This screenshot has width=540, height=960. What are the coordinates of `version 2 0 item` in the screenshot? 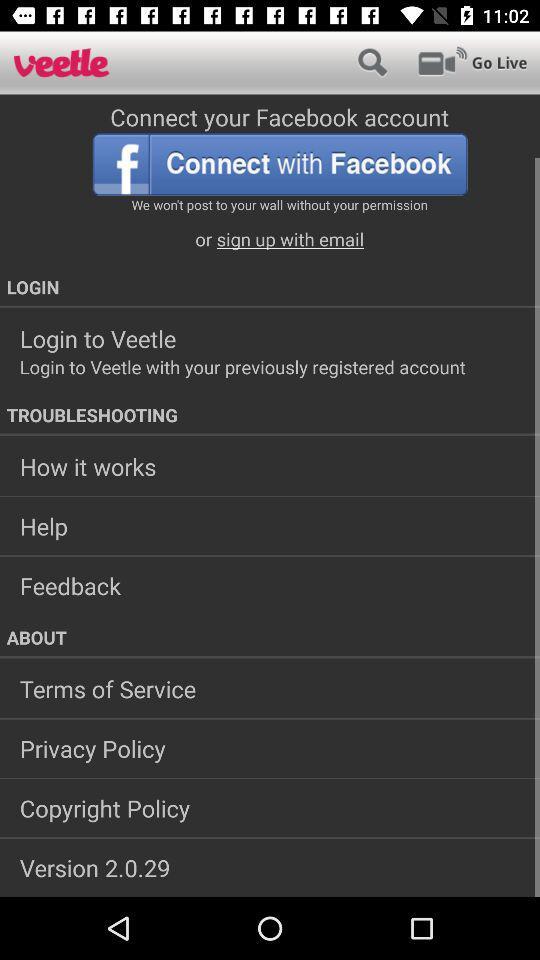 It's located at (270, 866).